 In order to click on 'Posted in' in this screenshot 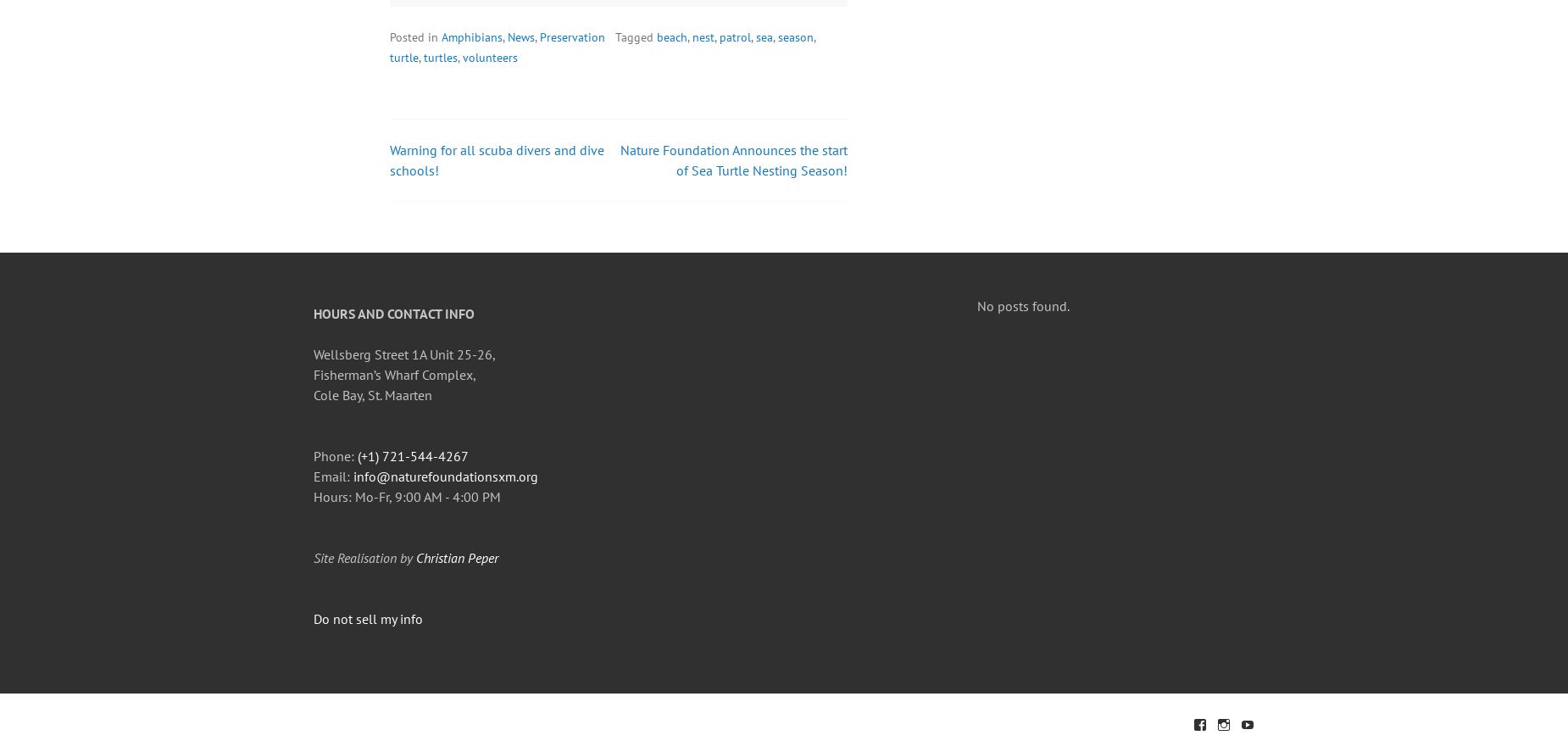, I will do `click(415, 36)`.